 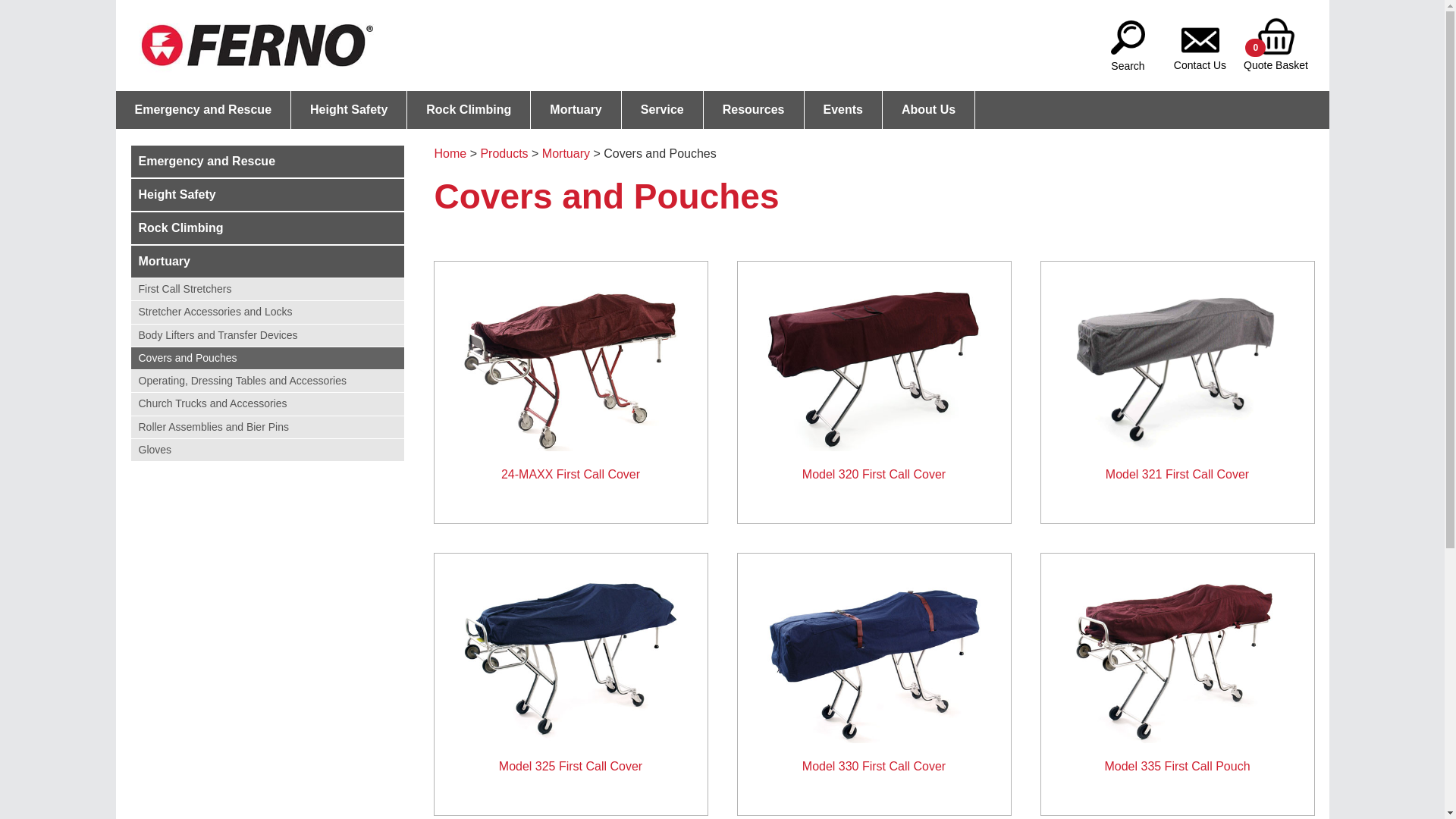 What do you see at coordinates (927, 109) in the screenshot?
I see `'About Us'` at bounding box center [927, 109].